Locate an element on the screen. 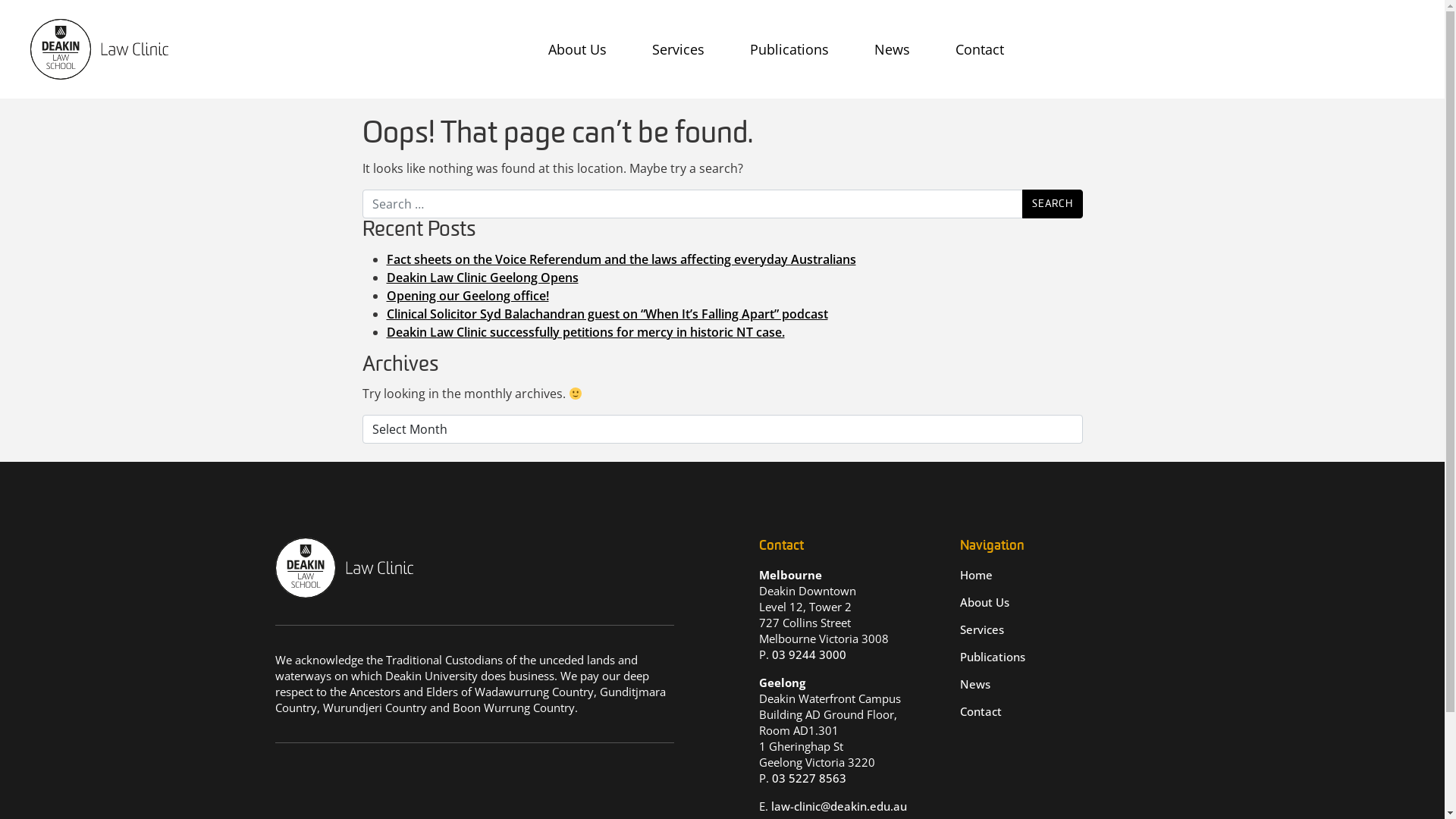  'Opening our Geelong office!' is located at coordinates (467, 295).